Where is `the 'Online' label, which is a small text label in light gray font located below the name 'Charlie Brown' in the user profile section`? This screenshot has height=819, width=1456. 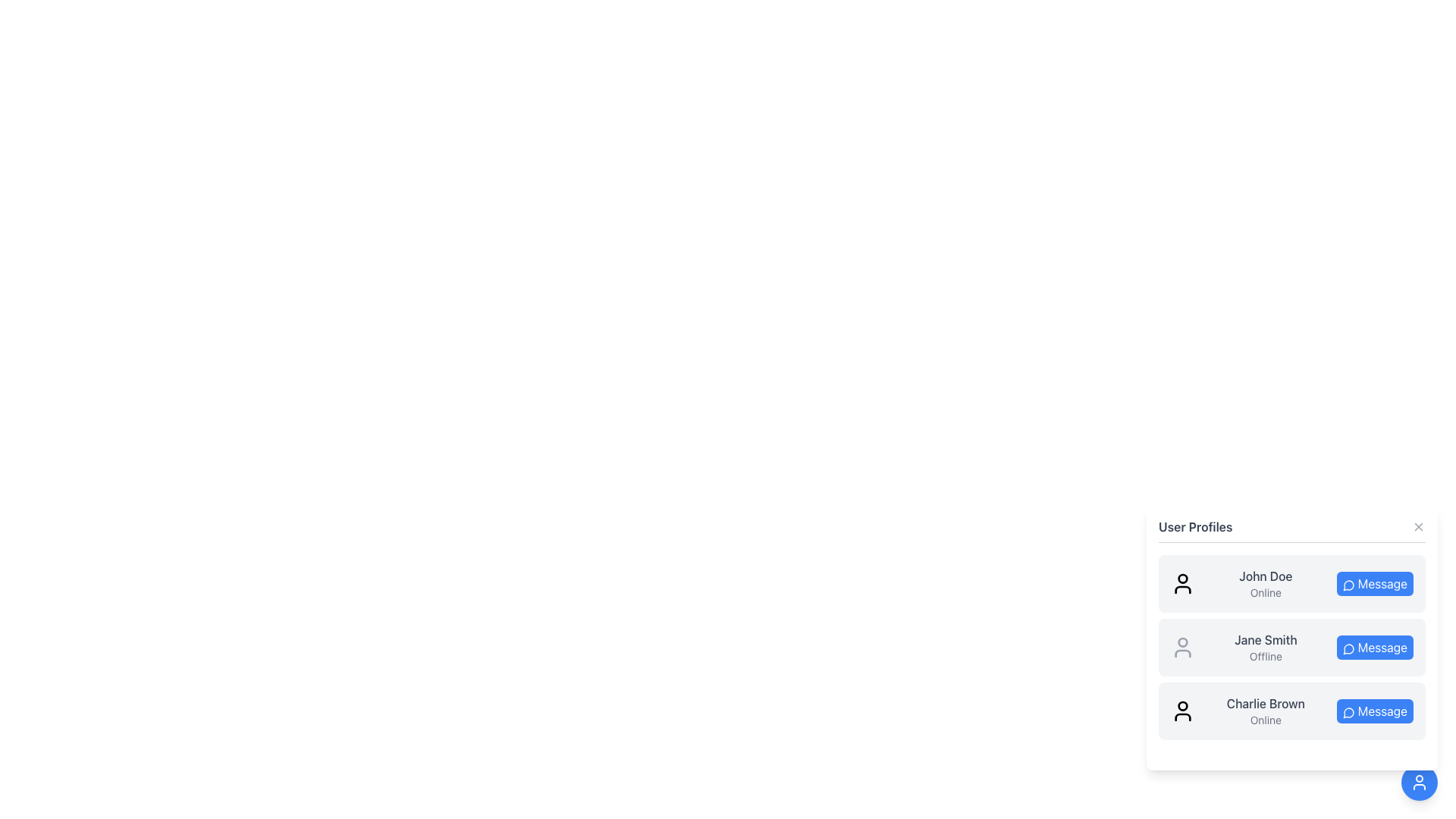
the 'Online' label, which is a small text label in light gray font located below the name 'Charlie Brown' in the user profile section is located at coordinates (1266, 719).